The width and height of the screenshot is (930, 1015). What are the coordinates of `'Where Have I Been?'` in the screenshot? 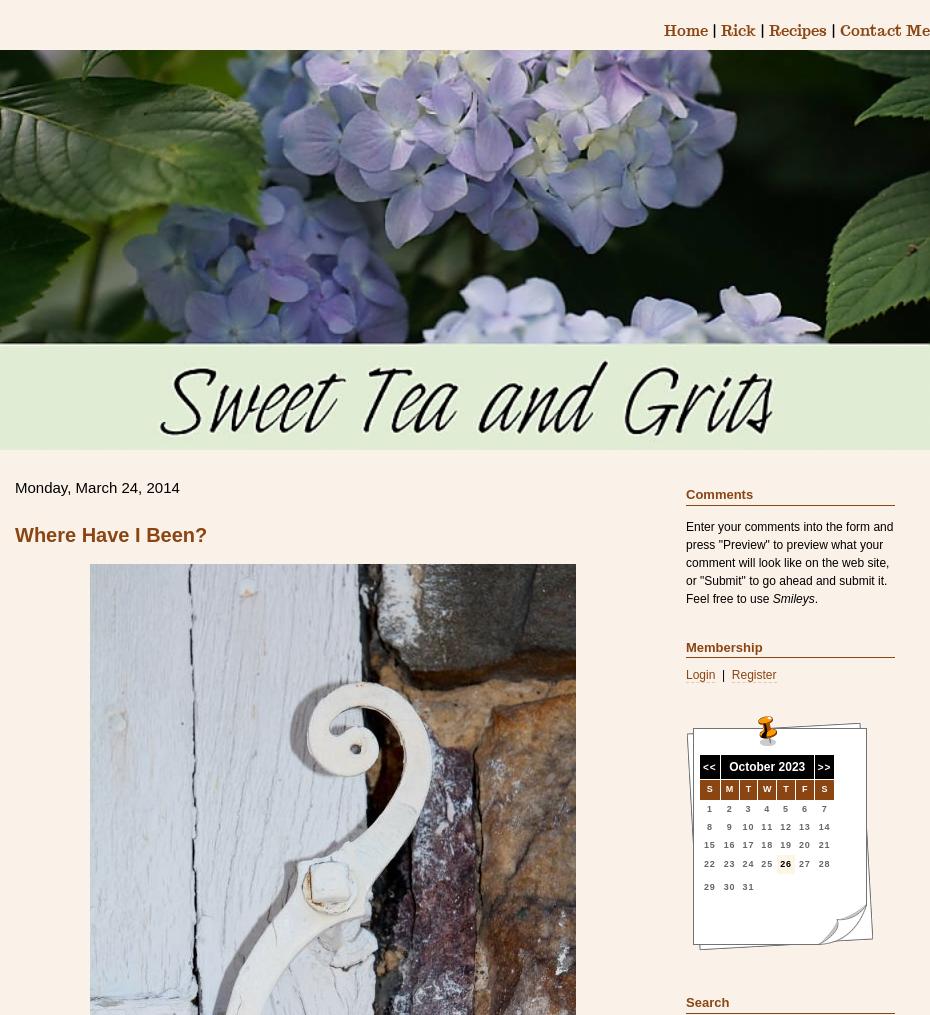 It's located at (111, 533).